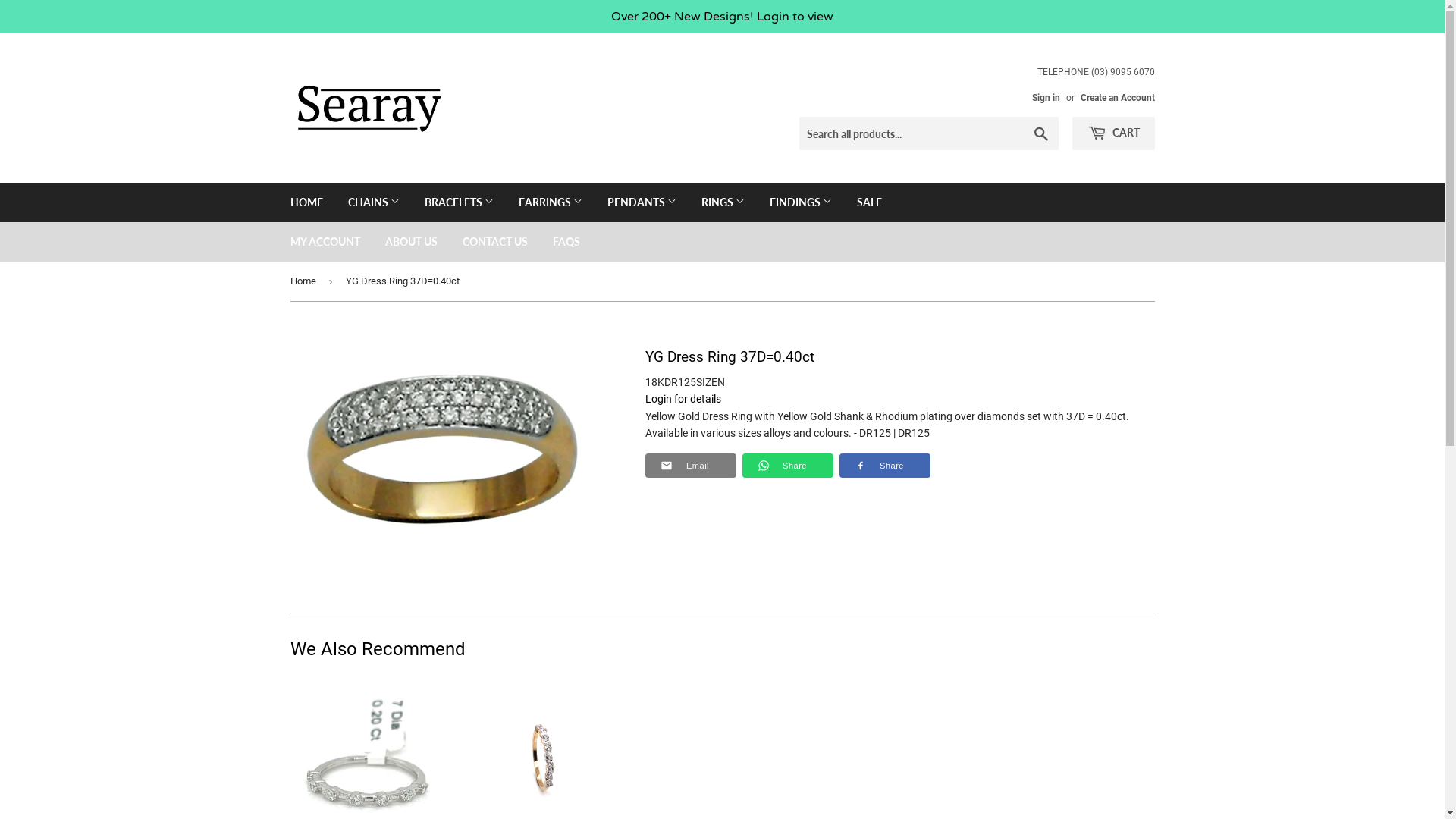  What do you see at coordinates (1113, 133) in the screenshot?
I see `'CART'` at bounding box center [1113, 133].